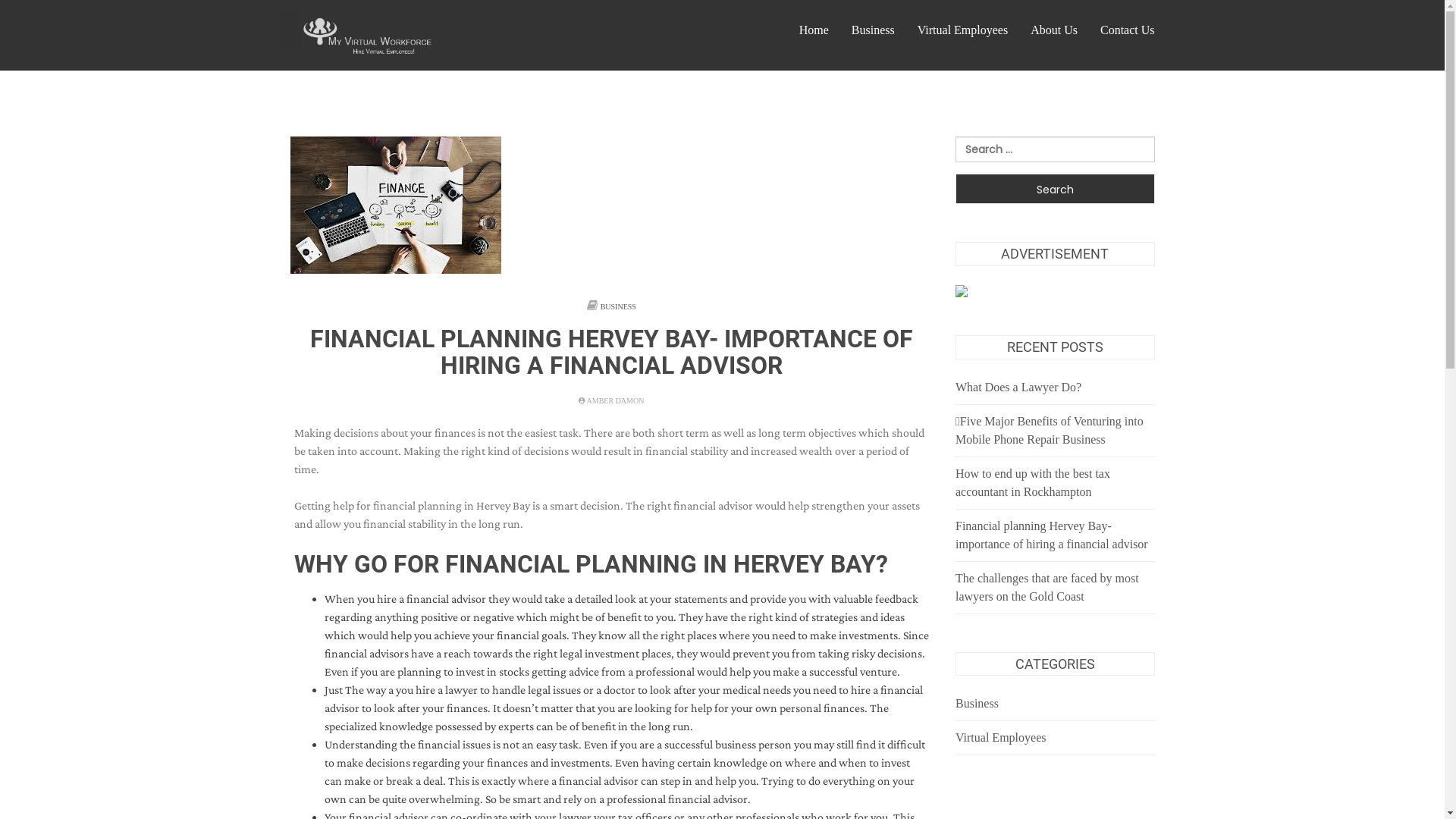 The height and width of the screenshot is (819, 1456). Describe the element at coordinates (906, 30) in the screenshot. I see `'Virtual Employees'` at that location.